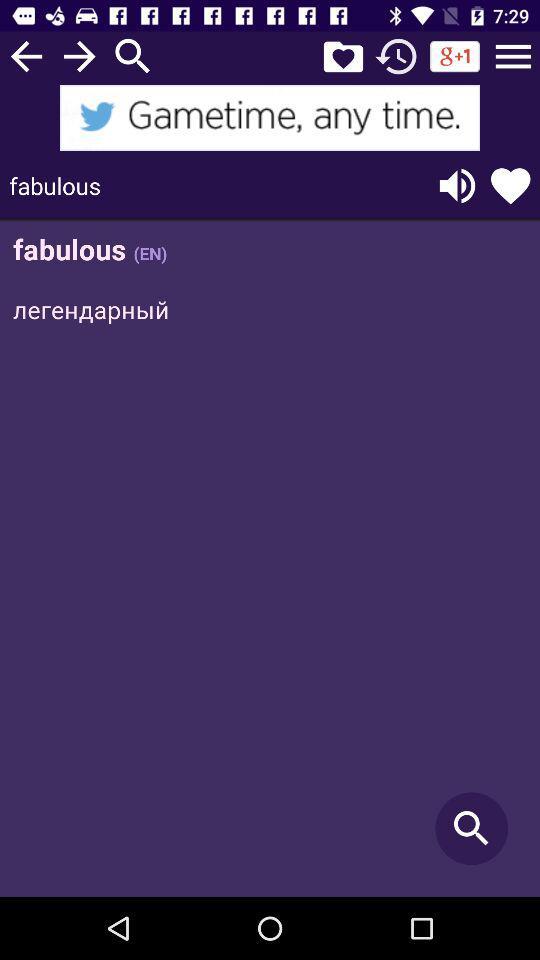 The height and width of the screenshot is (960, 540). Describe the element at coordinates (510, 185) in the screenshot. I see `this word` at that location.